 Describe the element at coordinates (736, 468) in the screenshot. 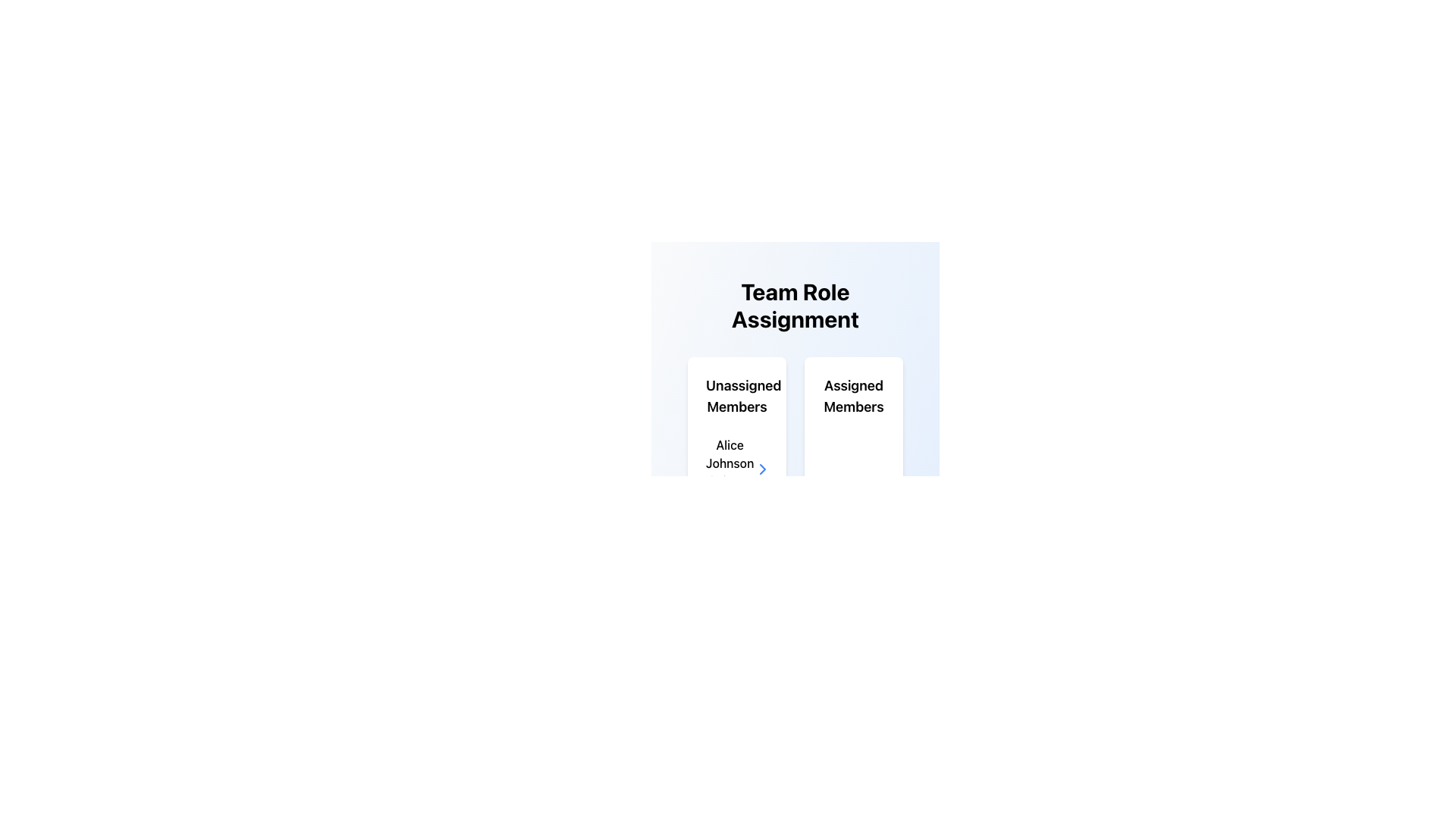

I see `the list item labeled 'Alice Johnson' located in the 'Unassigned Members' section under the 'Team Role Assignment' heading` at that location.